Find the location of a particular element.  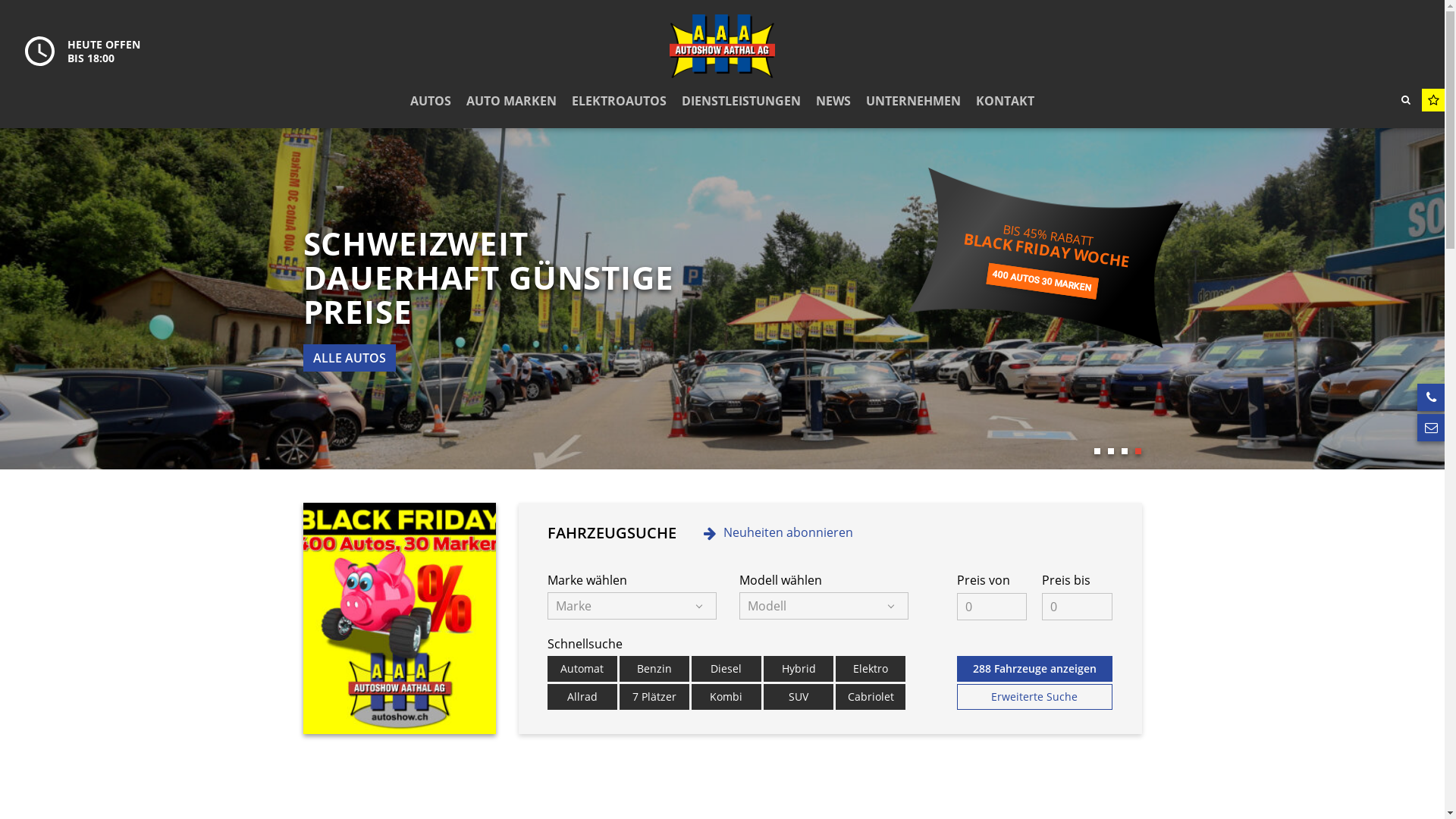

'Modell' is located at coordinates (739, 604).